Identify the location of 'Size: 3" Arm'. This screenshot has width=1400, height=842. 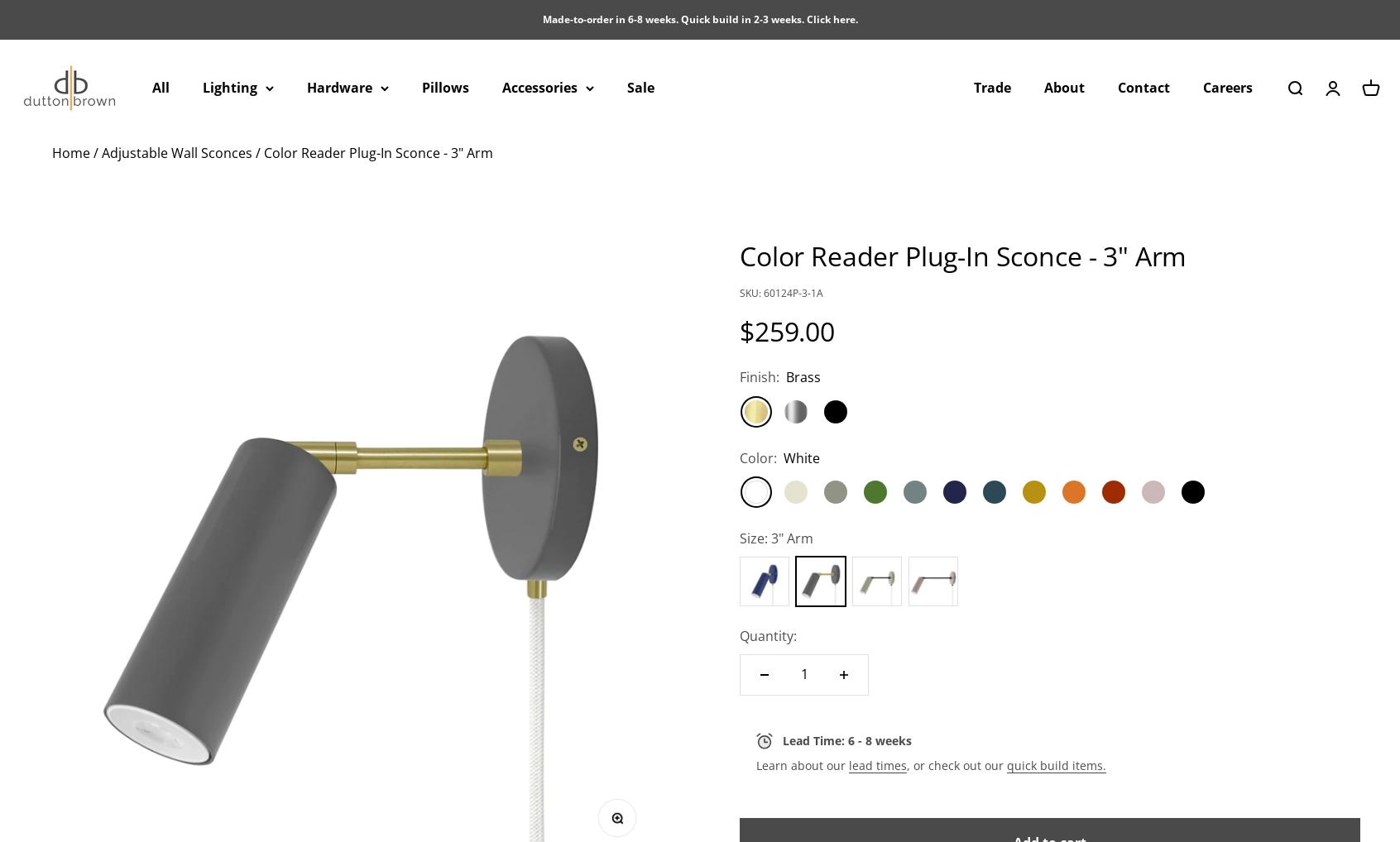
(776, 538).